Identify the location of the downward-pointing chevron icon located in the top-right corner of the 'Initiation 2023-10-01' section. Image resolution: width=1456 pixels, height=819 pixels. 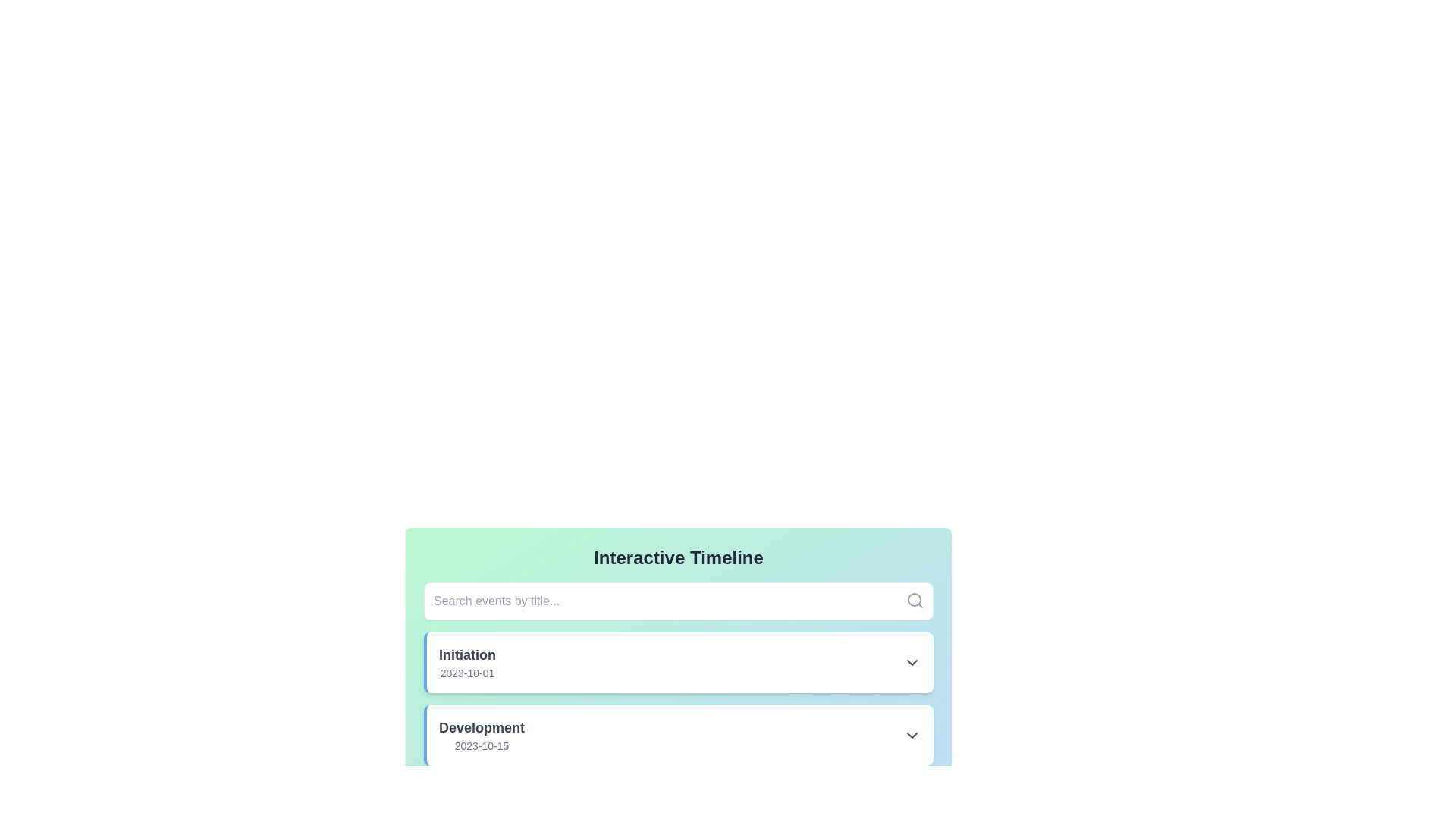
(912, 662).